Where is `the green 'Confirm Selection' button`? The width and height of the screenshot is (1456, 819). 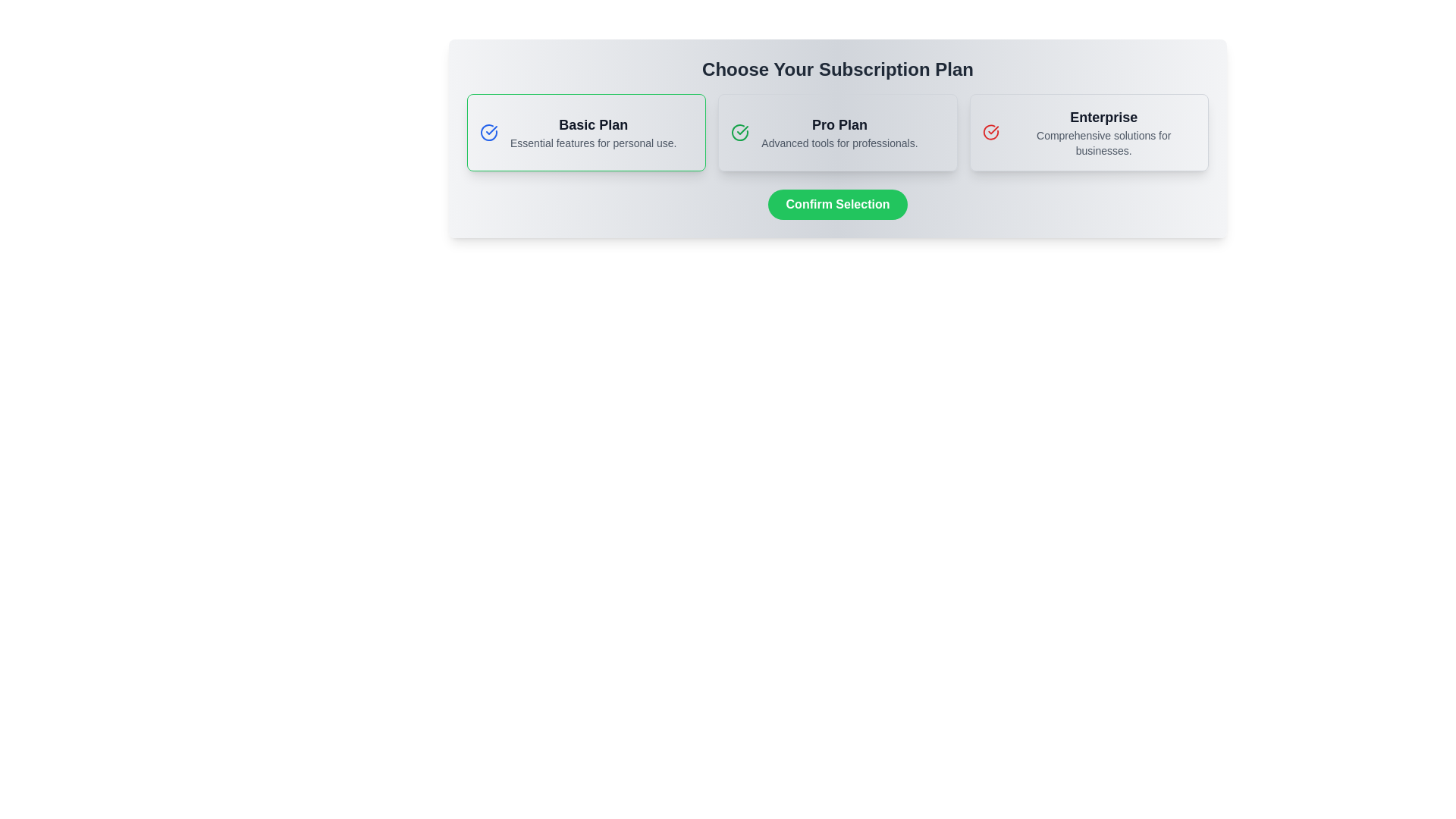 the green 'Confirm Selection' button is located at coordinates (836, 205).